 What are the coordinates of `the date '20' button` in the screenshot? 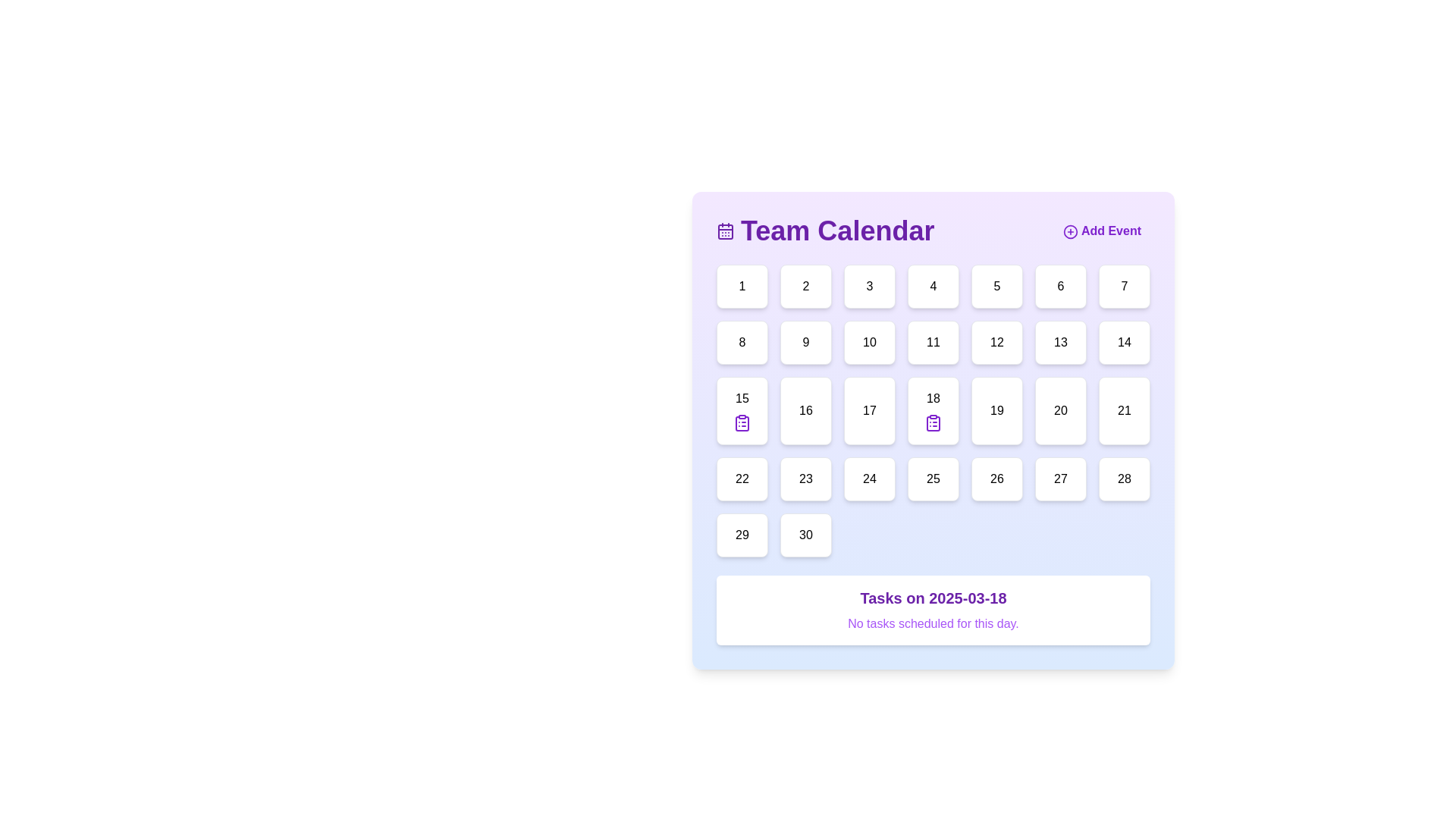 It's located at (1059, 411).